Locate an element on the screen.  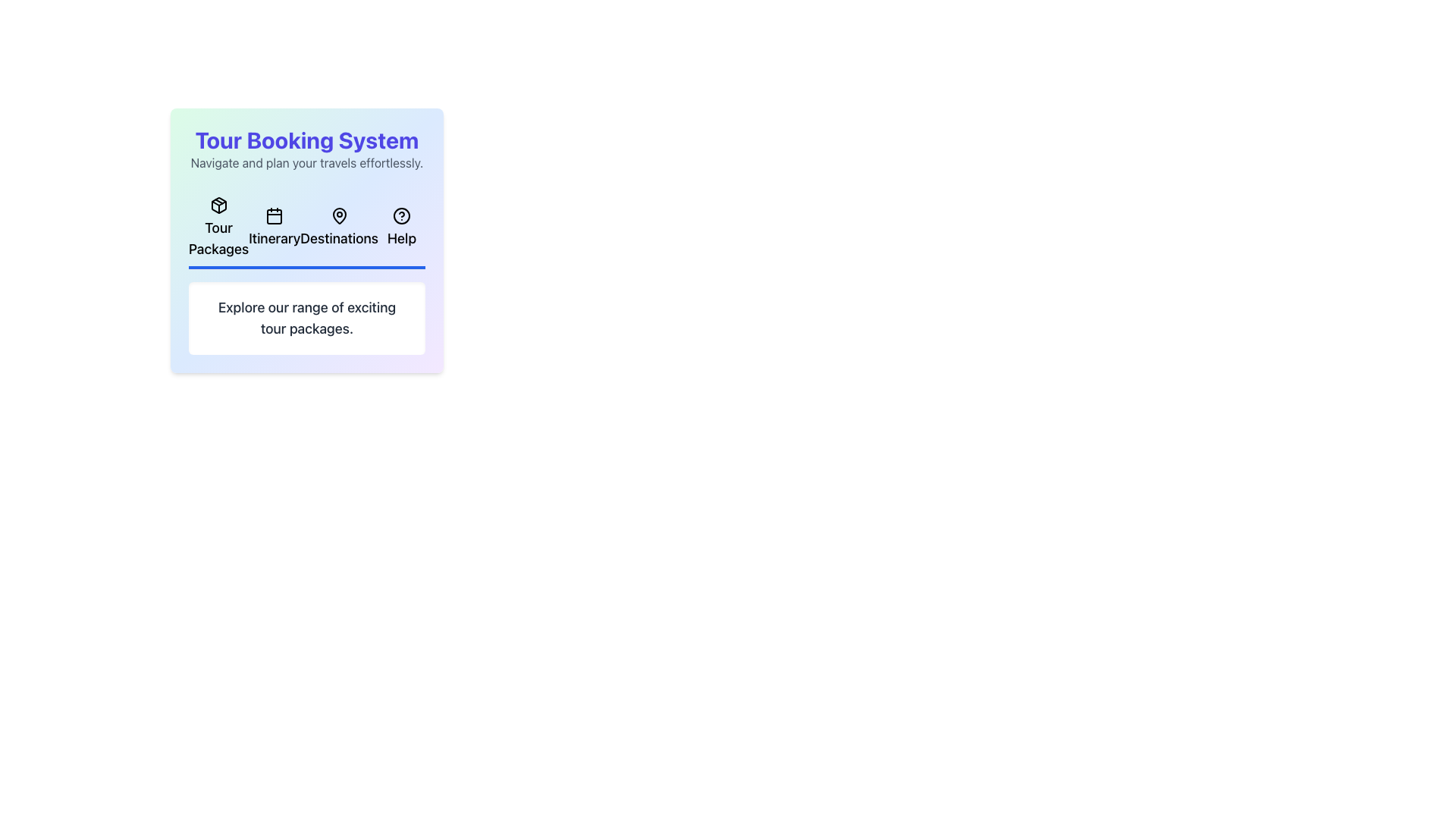
the 'Tour Packages' icon in the navigation menu, which is the first icon from the left and positioned above the text label 'Tour Packages' is located at coordinates (218, 205).